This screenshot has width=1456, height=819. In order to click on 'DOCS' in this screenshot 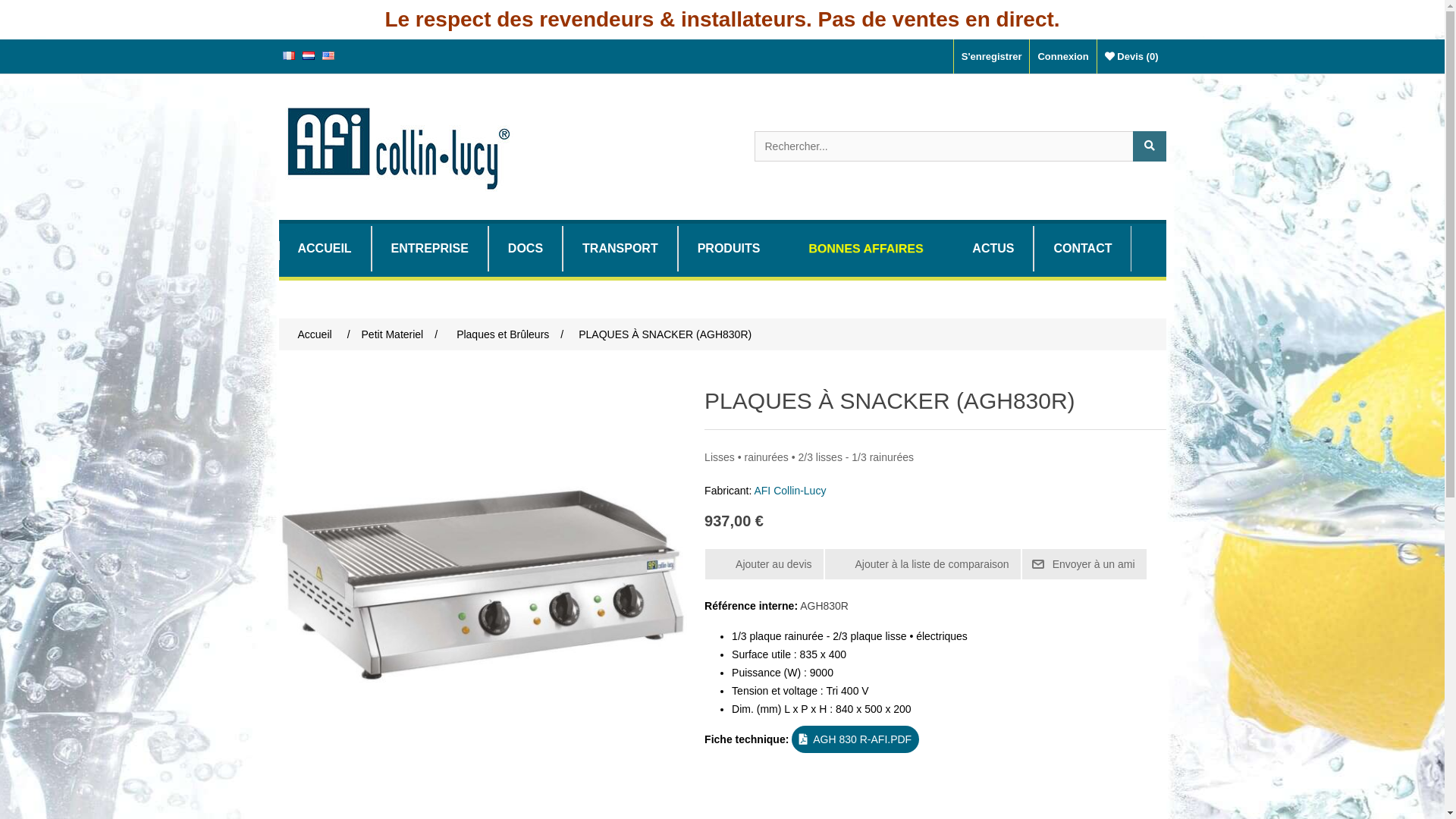, I will do `click(525, 247)`.